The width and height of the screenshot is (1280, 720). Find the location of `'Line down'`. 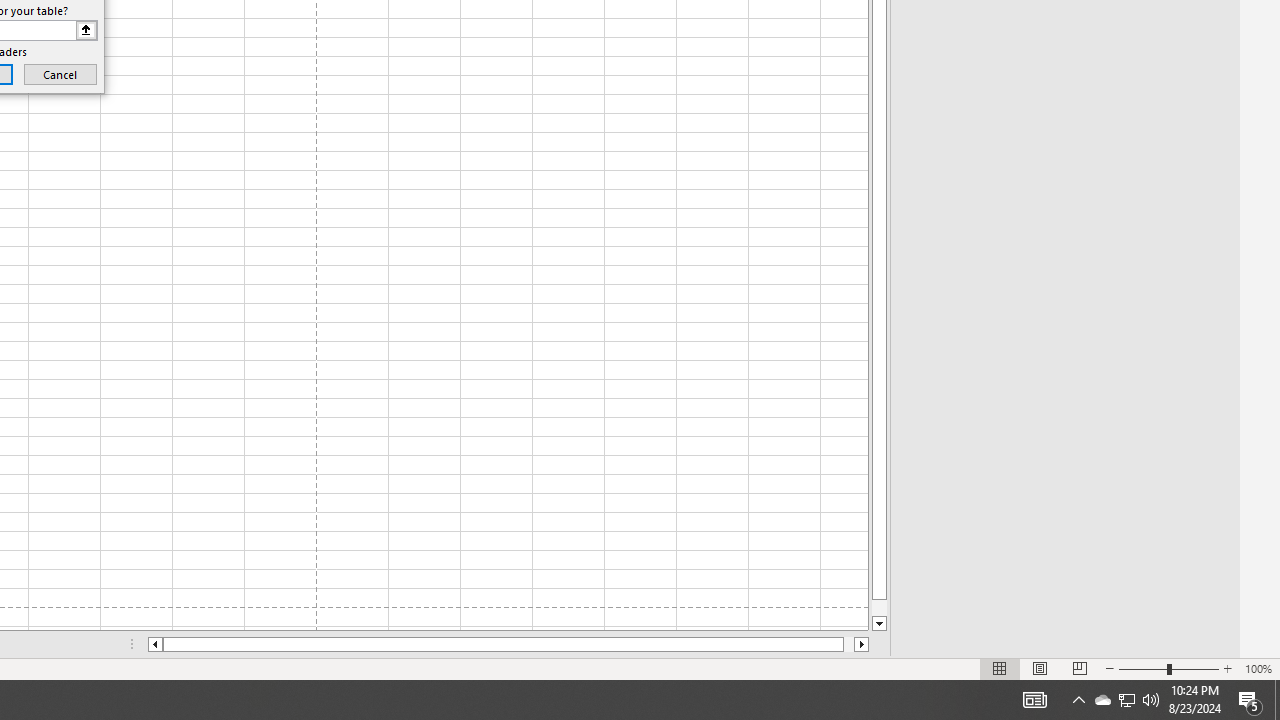

'Line down' is located at coordinates (879, 623).